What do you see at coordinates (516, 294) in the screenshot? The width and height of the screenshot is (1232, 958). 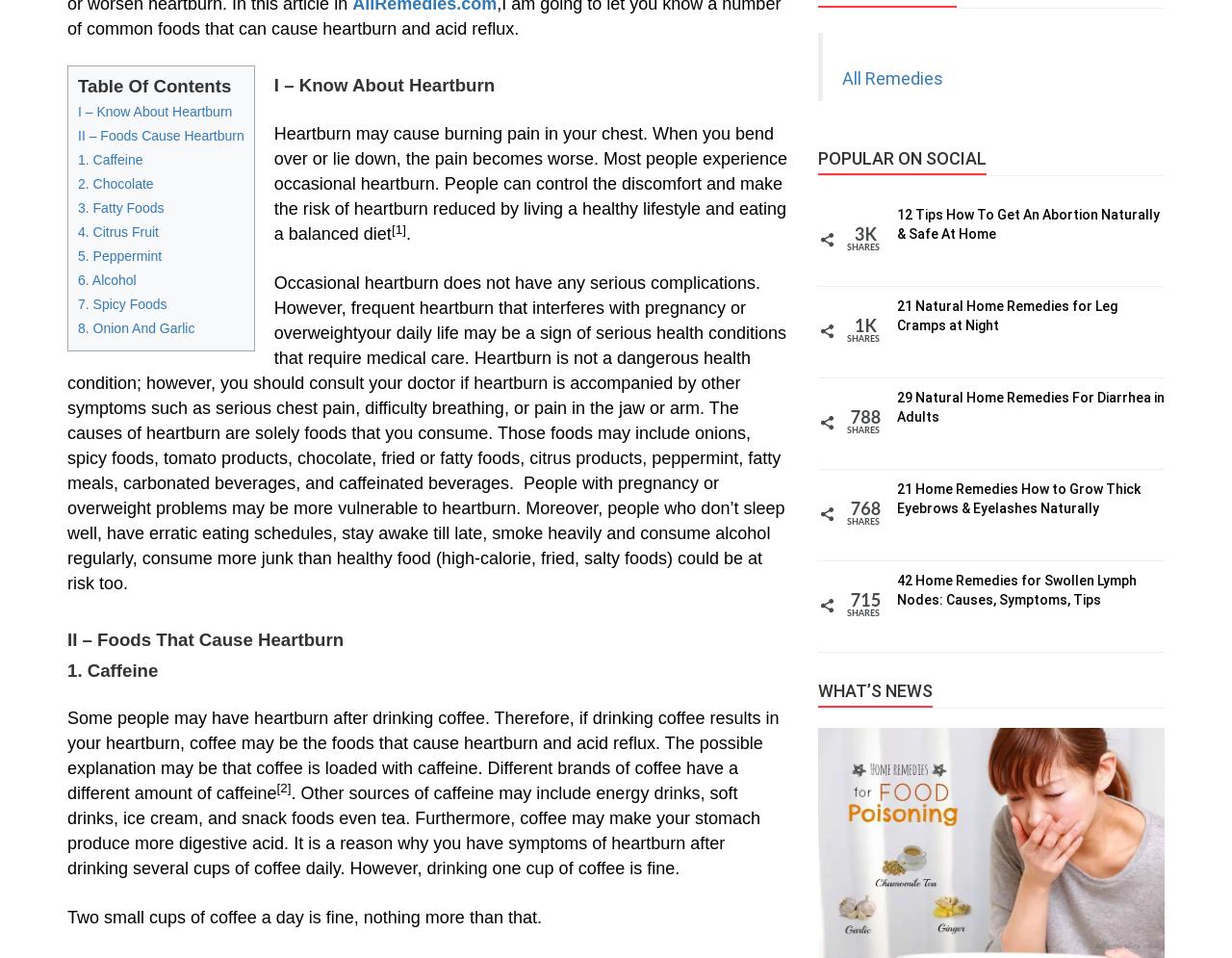 I see `'Occasional heartburn does not have any serious complications. However, frequent heartburn that interferes'` at bounding box center [516, 294].